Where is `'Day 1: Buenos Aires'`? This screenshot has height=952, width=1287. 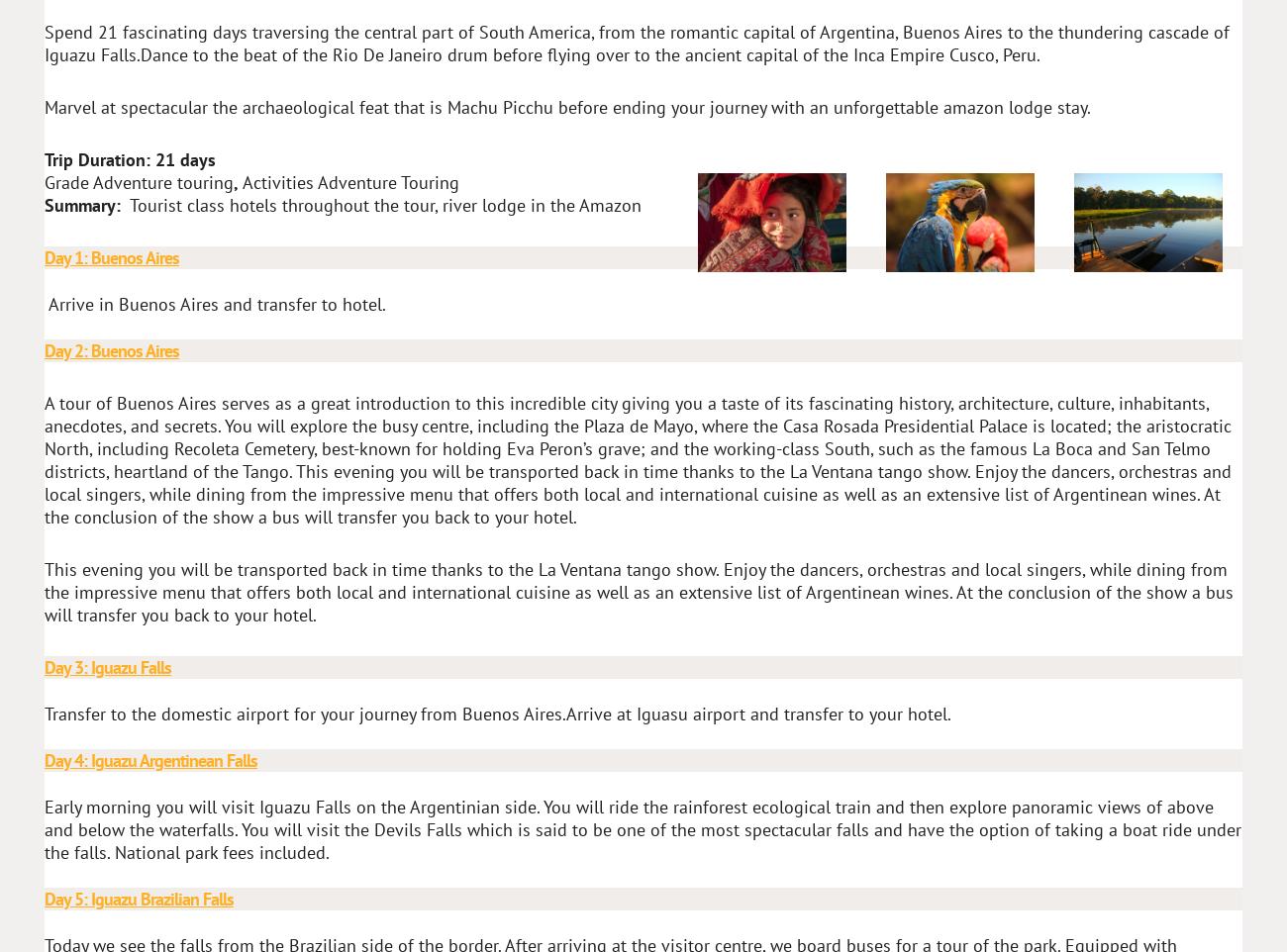 'Day 1: Buenos Aires' is located at coordinates (110, 257).